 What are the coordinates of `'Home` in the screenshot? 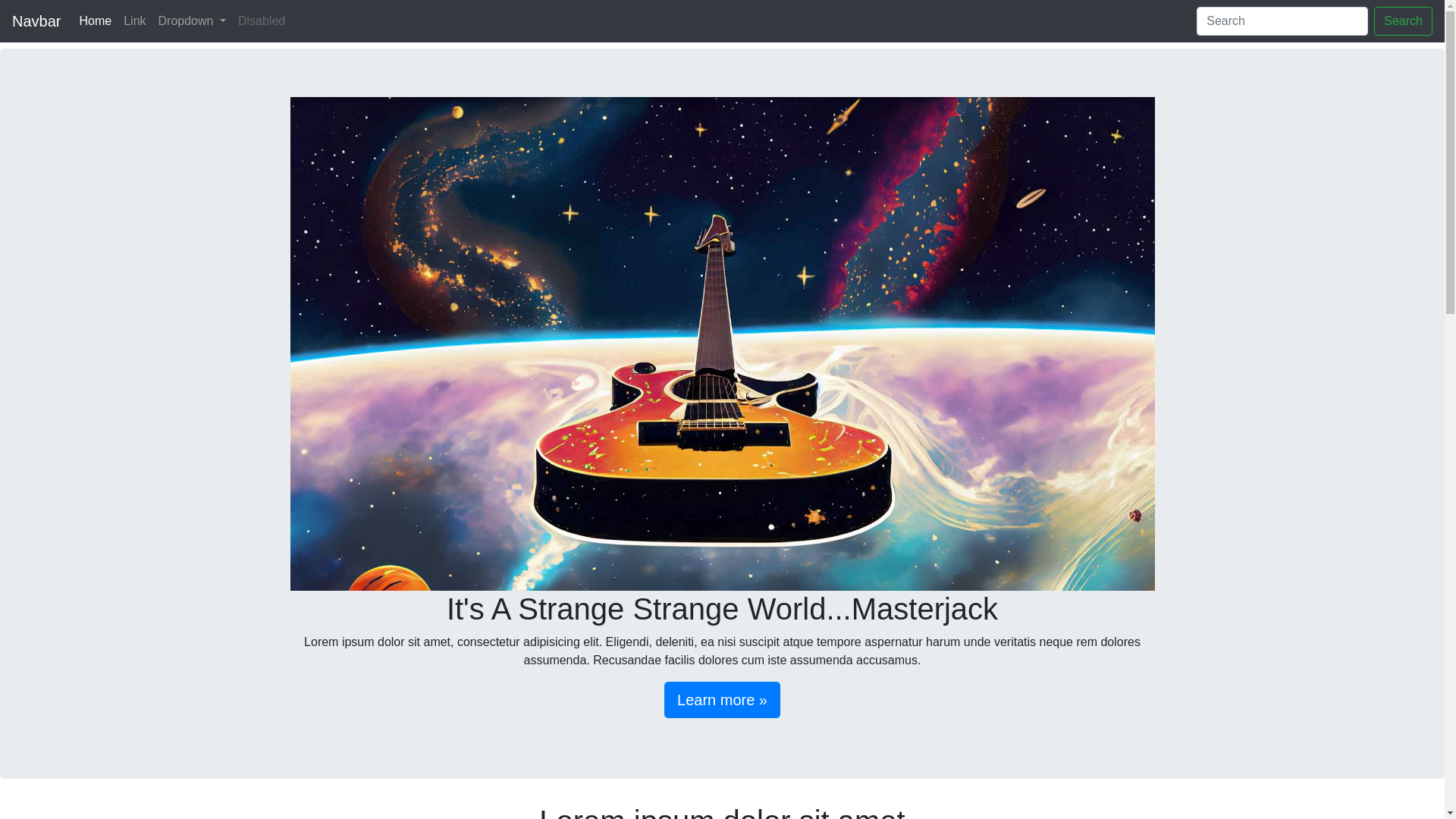 It's located at (94, 20).